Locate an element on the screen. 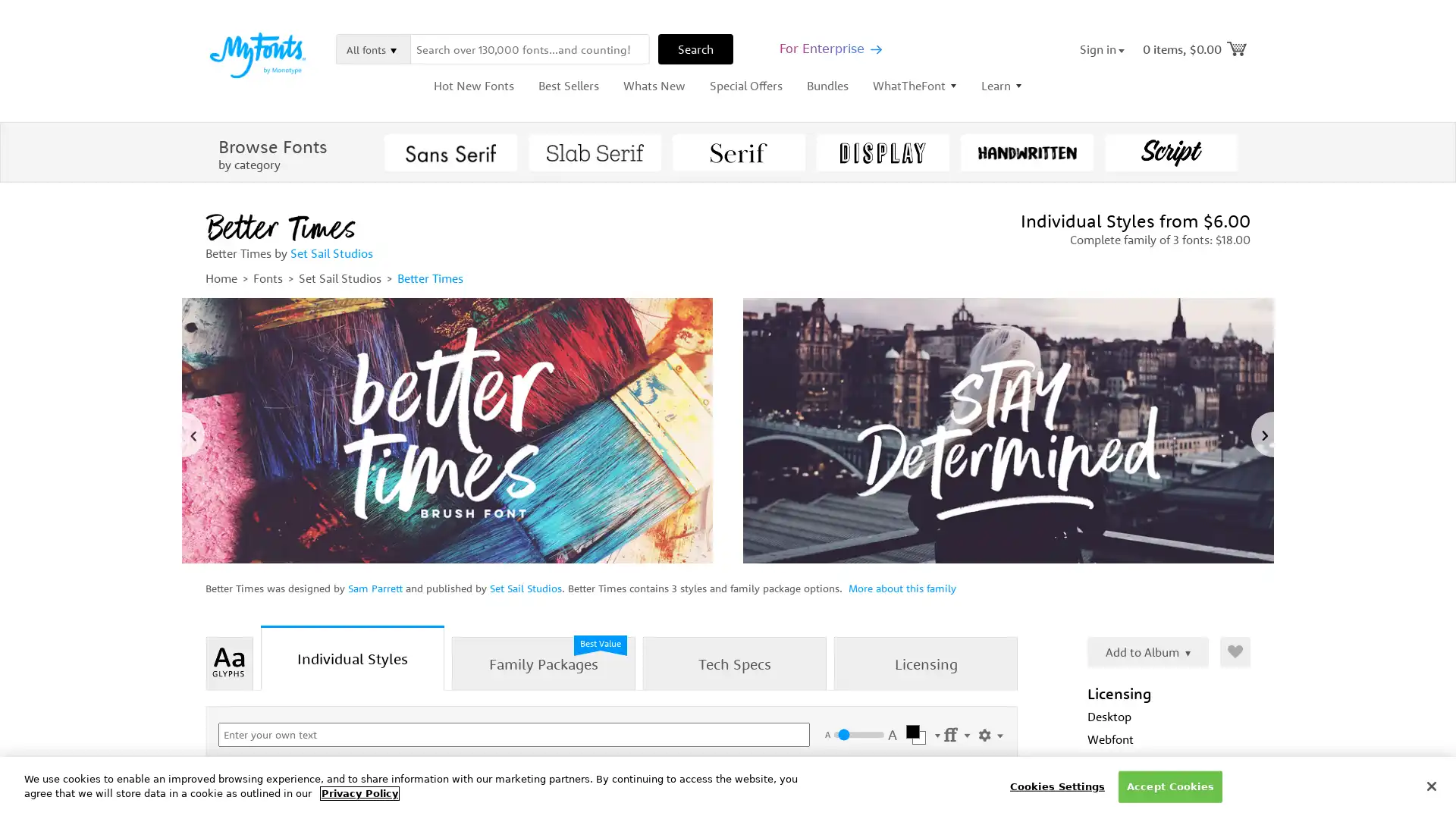 Image resolution: width=1456 pixels, height=819 pixels. Search is located at coordinates (695, 49).